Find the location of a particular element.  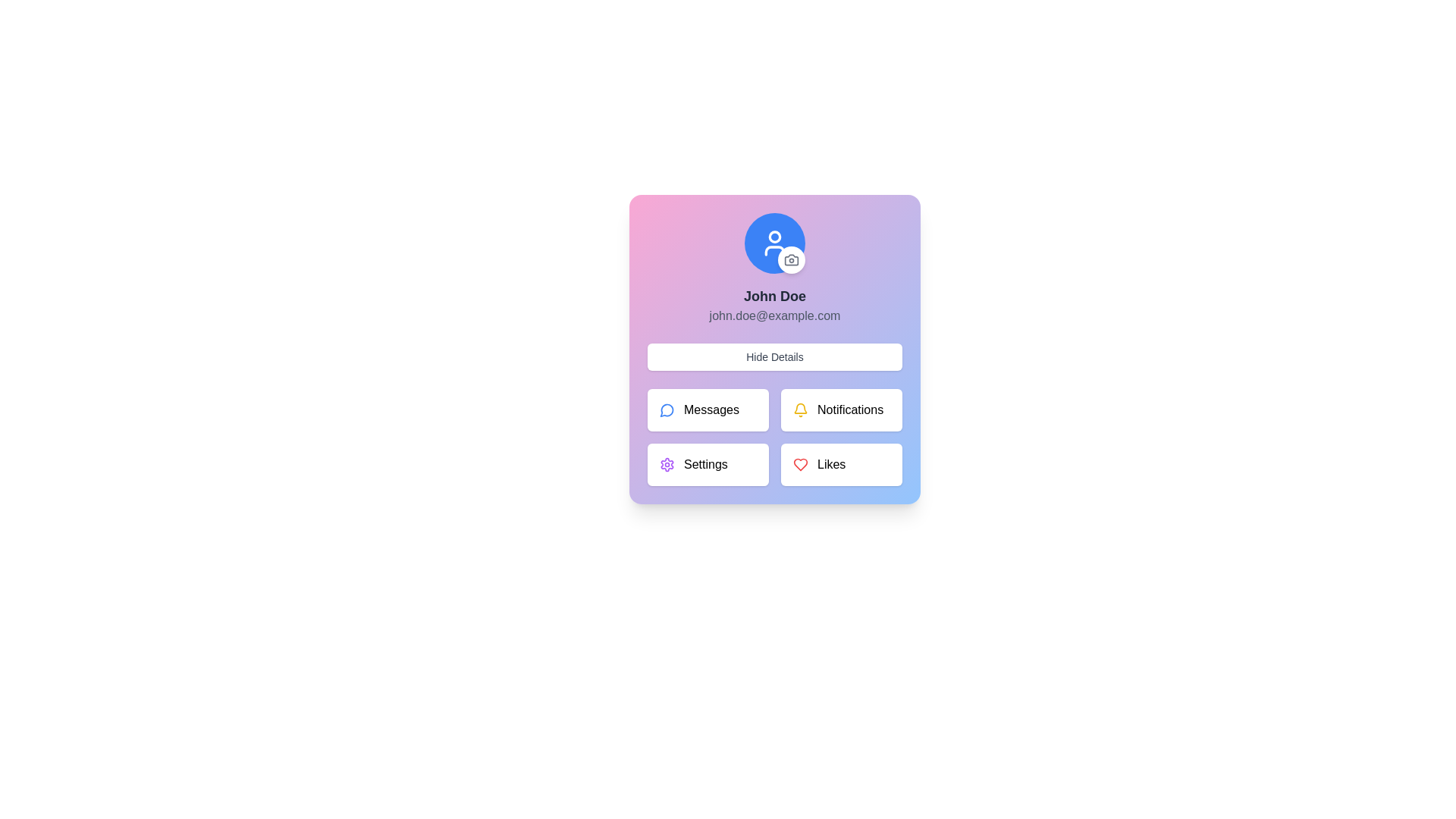

the email address text displaying 'john.doe@example.com', which is styled in gray and located below 'John Doe' in the profile card is located at coordinates (775, 315).